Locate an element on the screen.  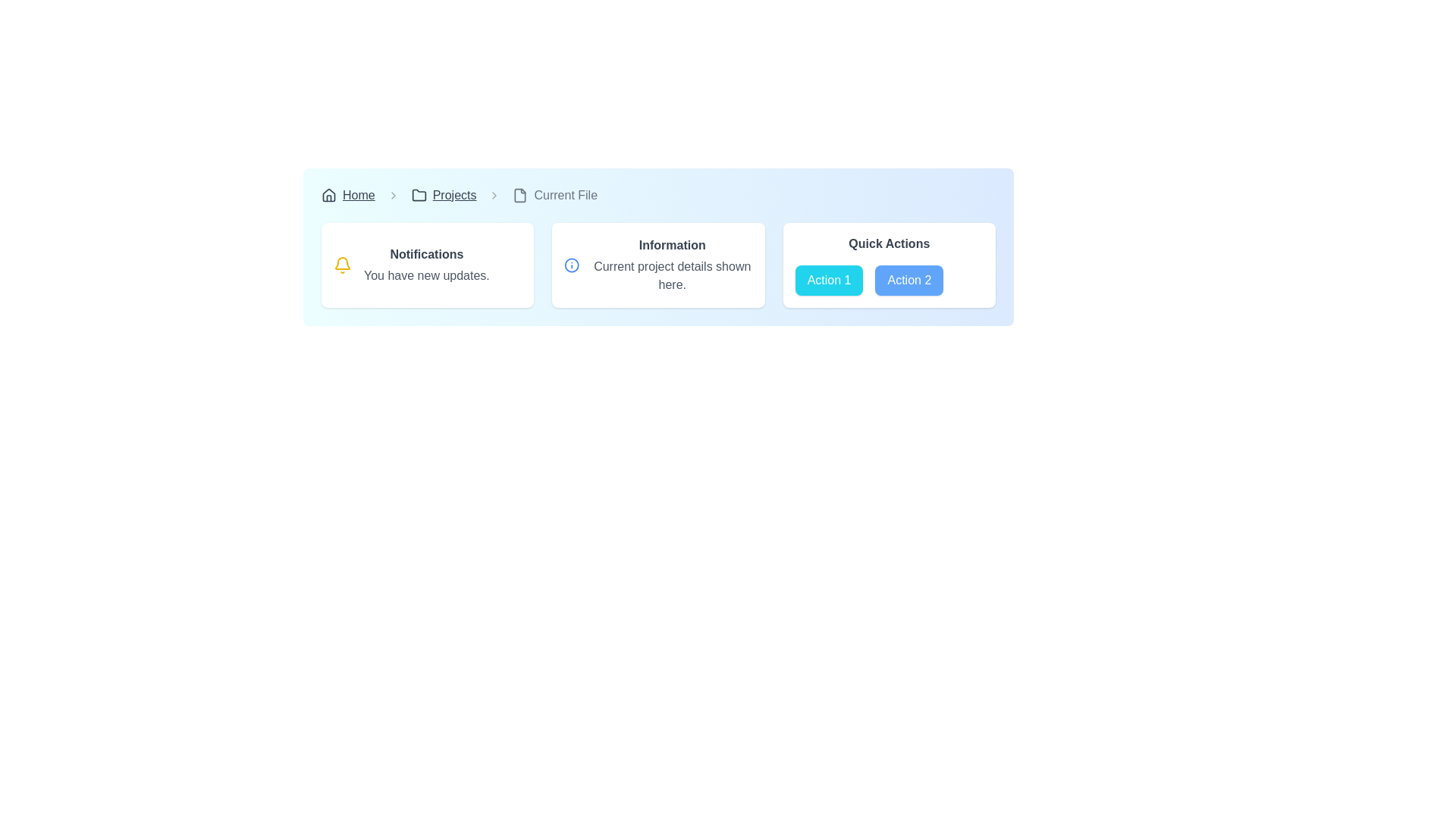
the rectangular button labeled 'Action 2' with a blue background to change its background color is located at coordinates (909, 281).